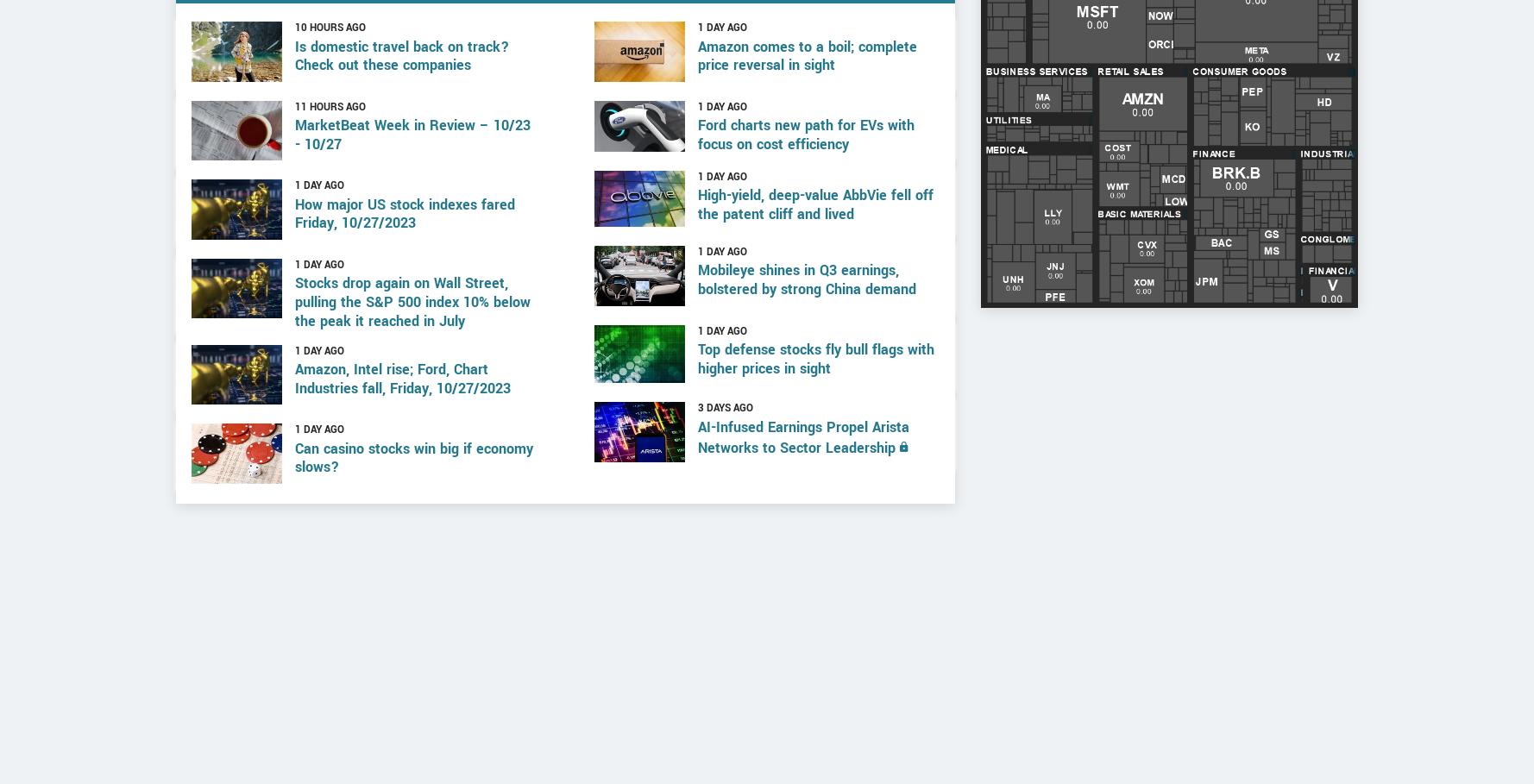 The width and height of the screenshot is (1534, 784). Describe the element at coordinates (807, 120) in the screenshot. I see `'Amazon comes to a boil; complete price reversal in sight'` at that location.